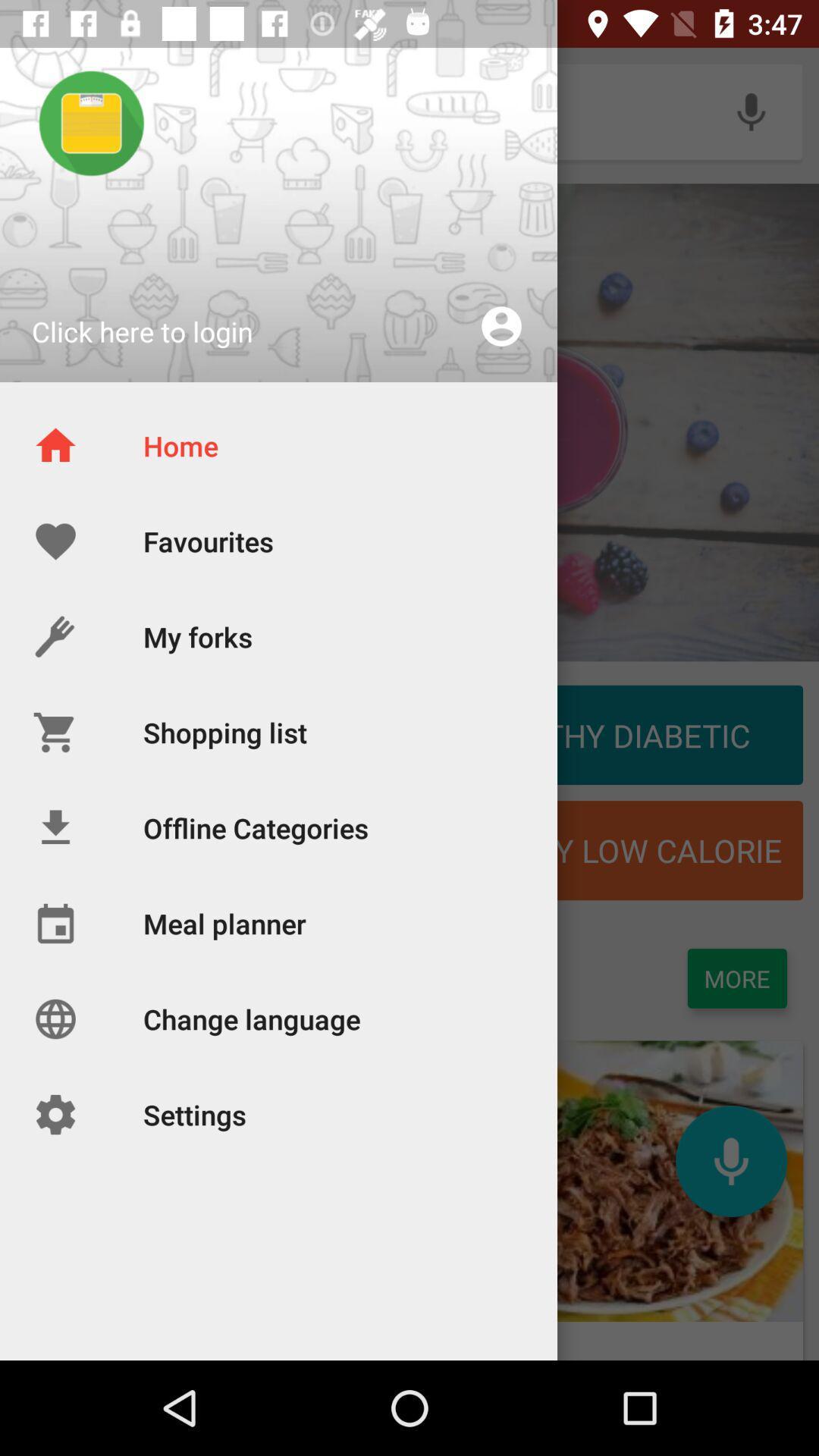  What do you see at coordinates (751, 111) in the screenshot?
I see `the microphone icon` at bounding box center [751, 111].